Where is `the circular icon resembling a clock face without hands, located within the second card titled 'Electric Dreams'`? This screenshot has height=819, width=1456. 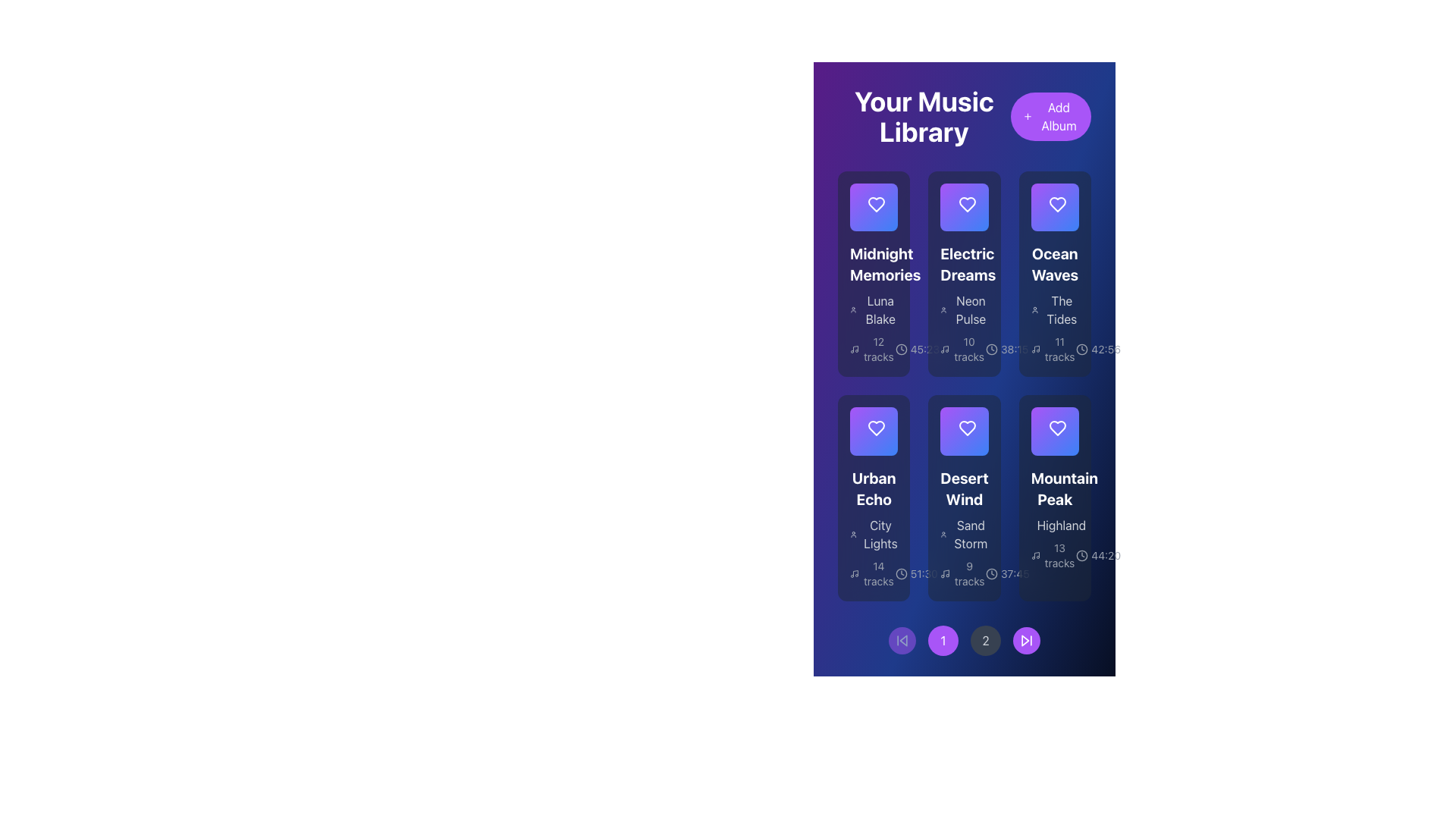
the circular icon resembling a clock face without hands, located within the second card titled 'Electric Dreams' is located at coordinates (992, 350).